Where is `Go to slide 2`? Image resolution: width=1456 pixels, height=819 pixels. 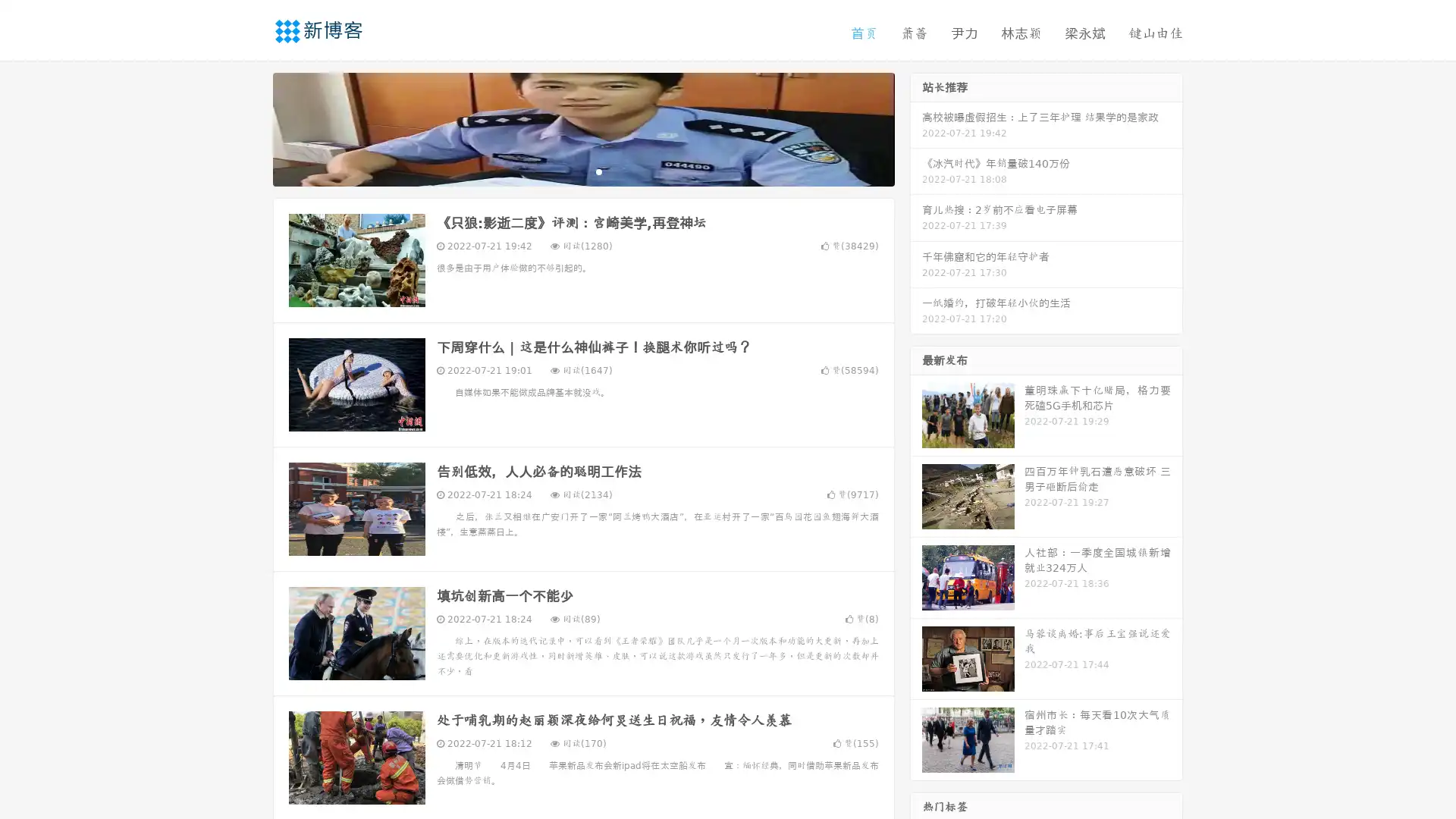
Go to slide 2 is located at coordinates (582, 171).